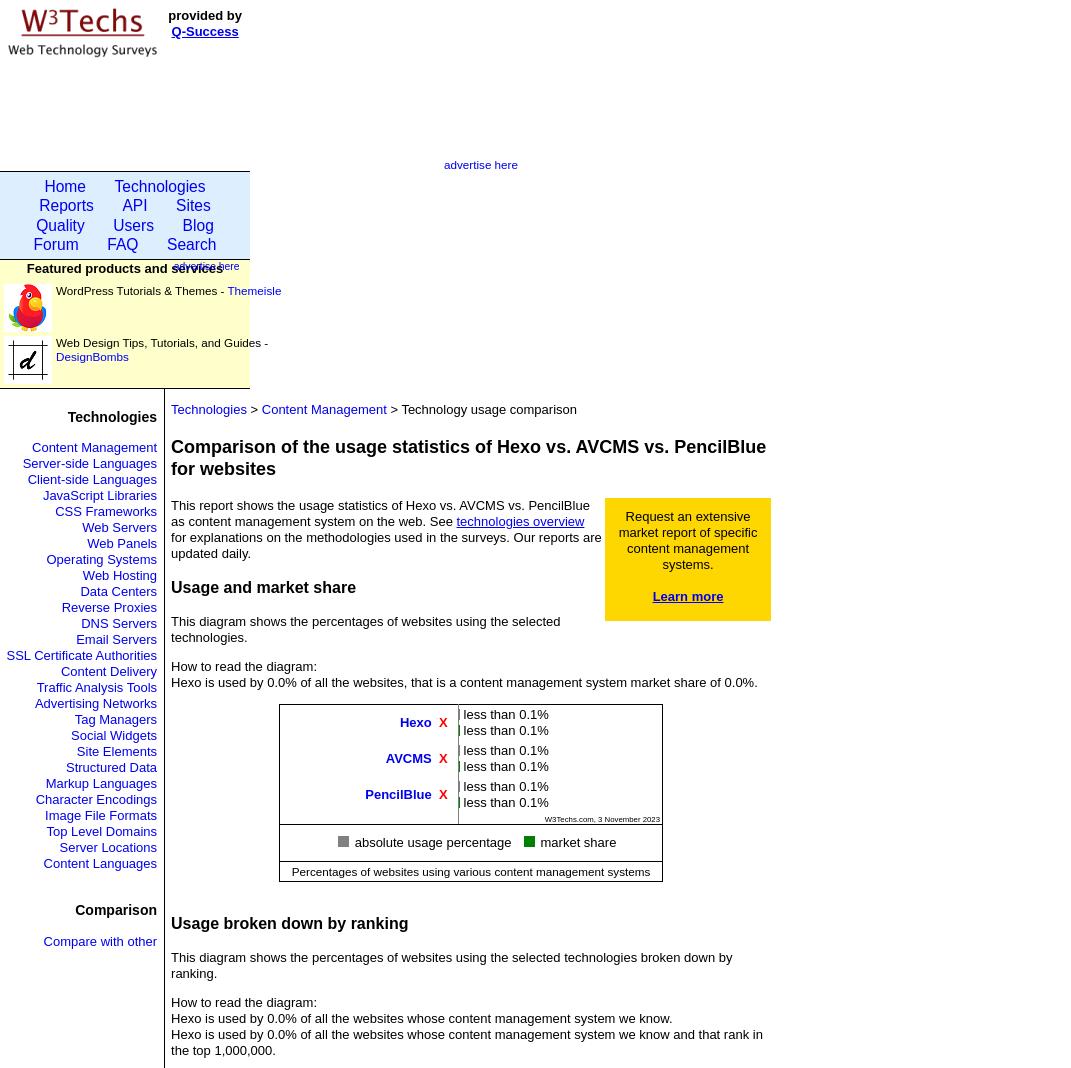 The image size is (1071, 1068). I want to click on 'Server Locations', so click(107, 846).